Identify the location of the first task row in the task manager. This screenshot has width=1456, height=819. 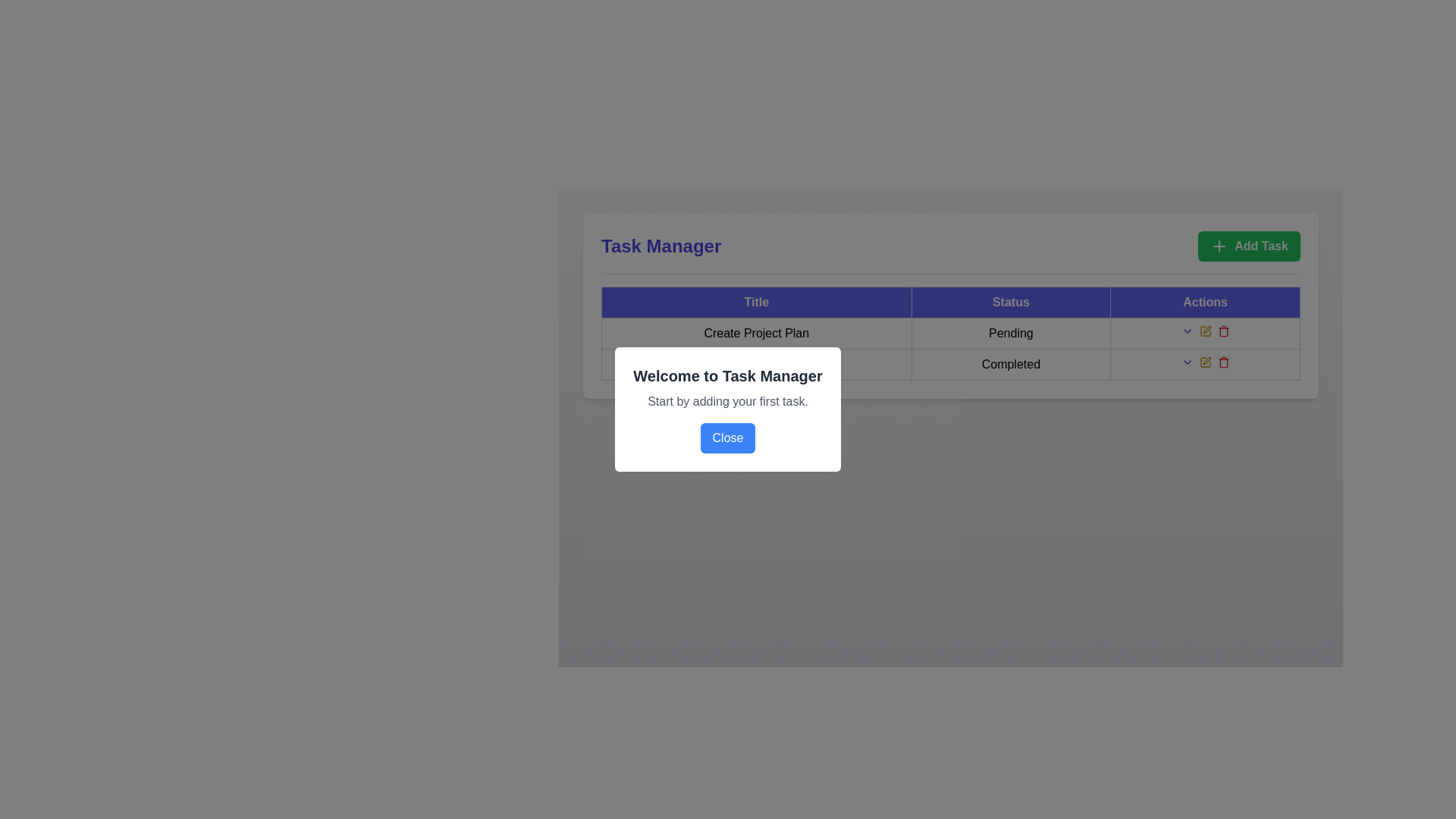
(949, 332).